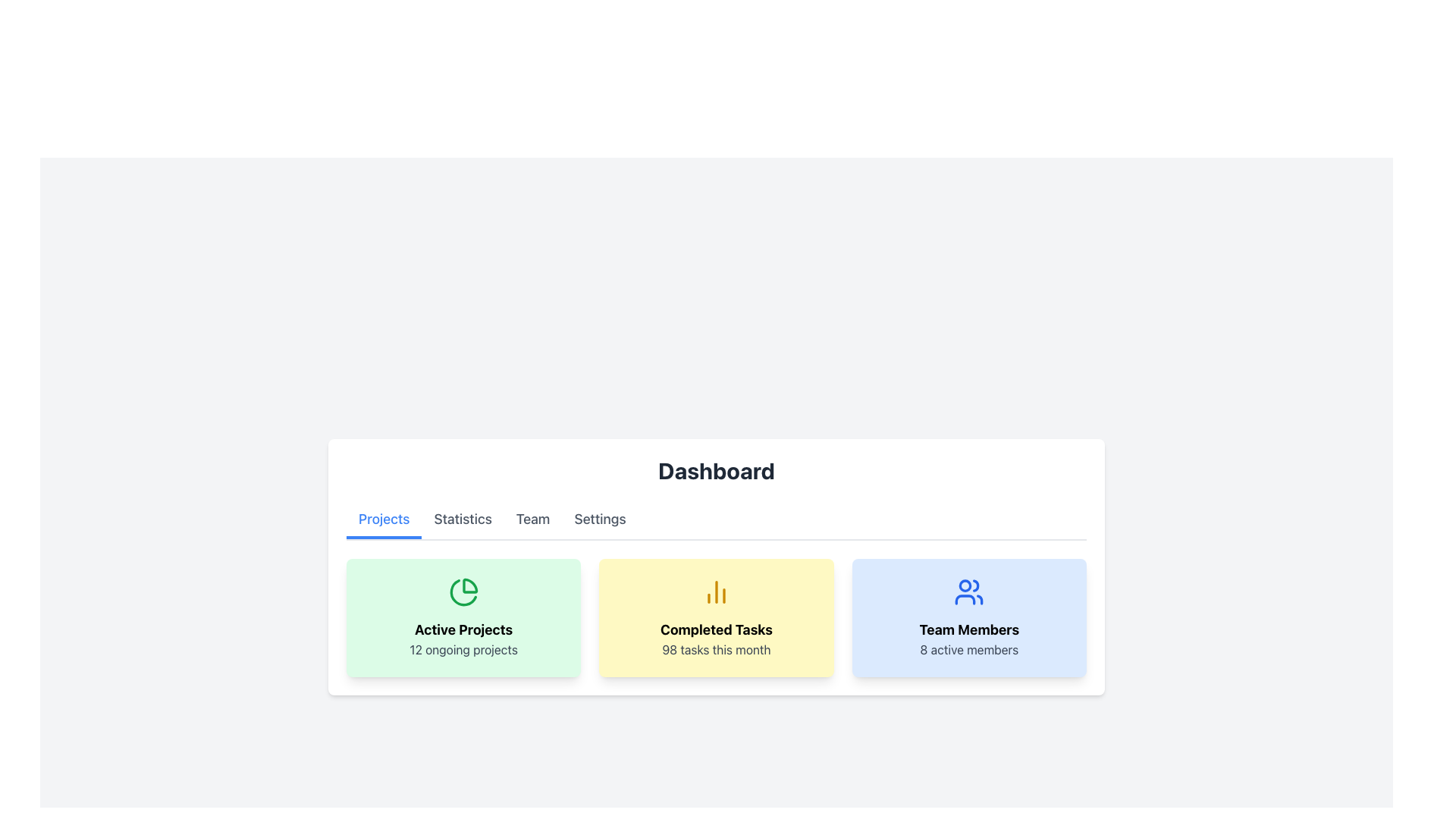 This screenshot has height=819, width=1456. I want to click on the bar chart icon, which is golden yellow and located above the text 'Completed Tasks' in the second card of the dashboard, so click(716, 591).